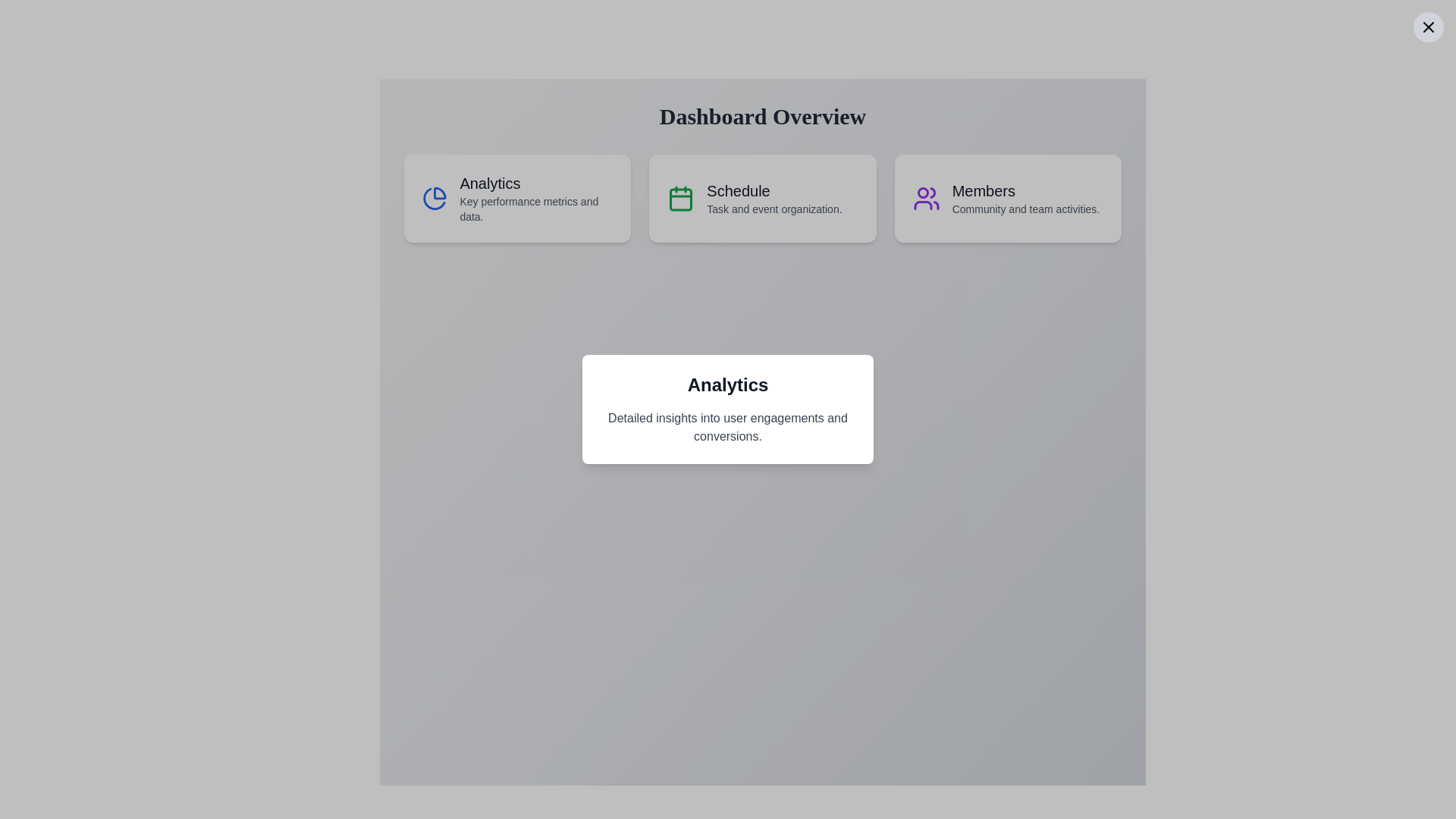  I want to click on the title Text label at the top of the card, which summarizes the content represented by the card, so click(728, 384).